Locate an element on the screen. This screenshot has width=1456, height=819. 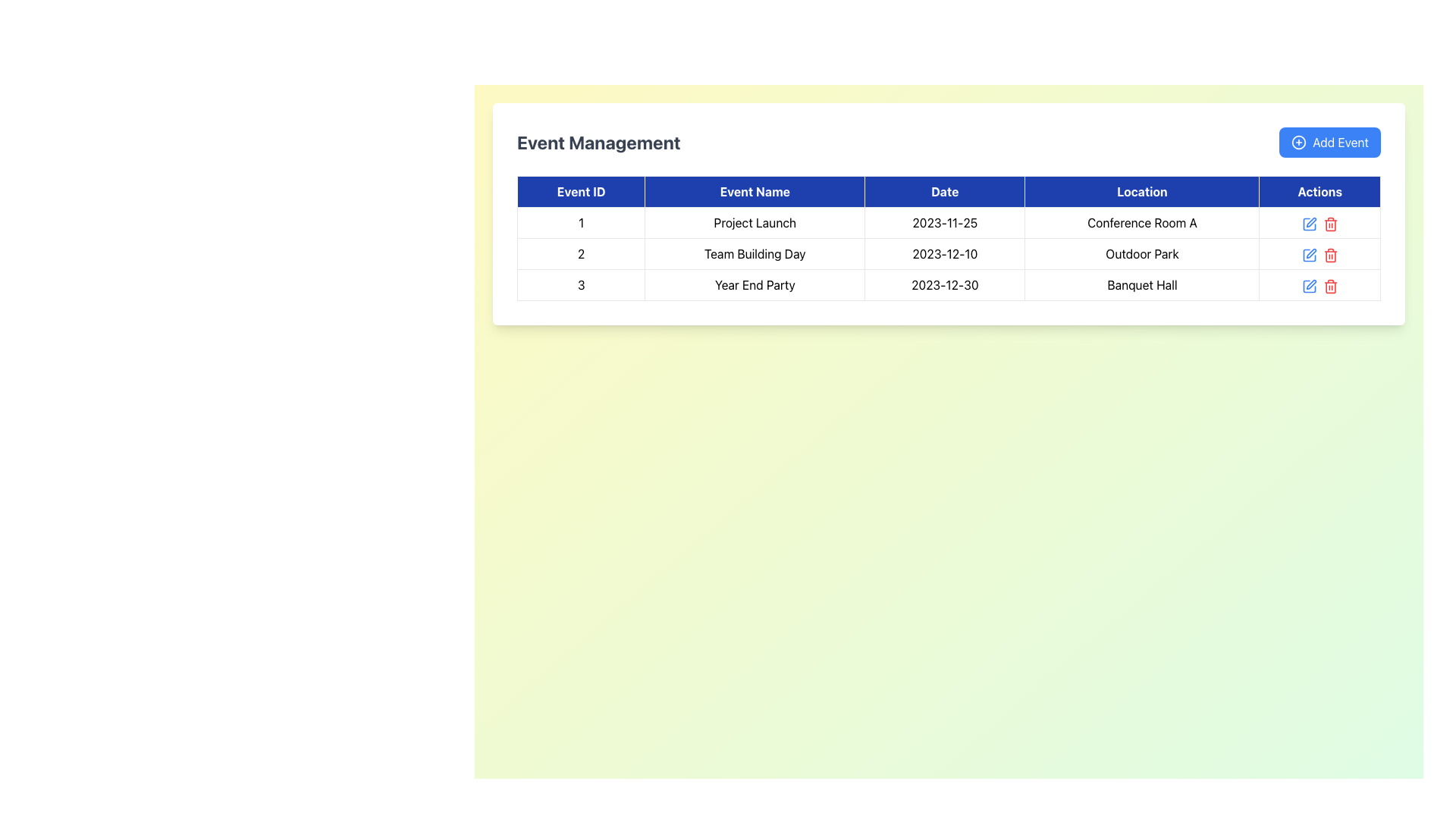
the red trash icon button in the 'Actions' column of the second row in the events table is located at coordinates (1329, 253).